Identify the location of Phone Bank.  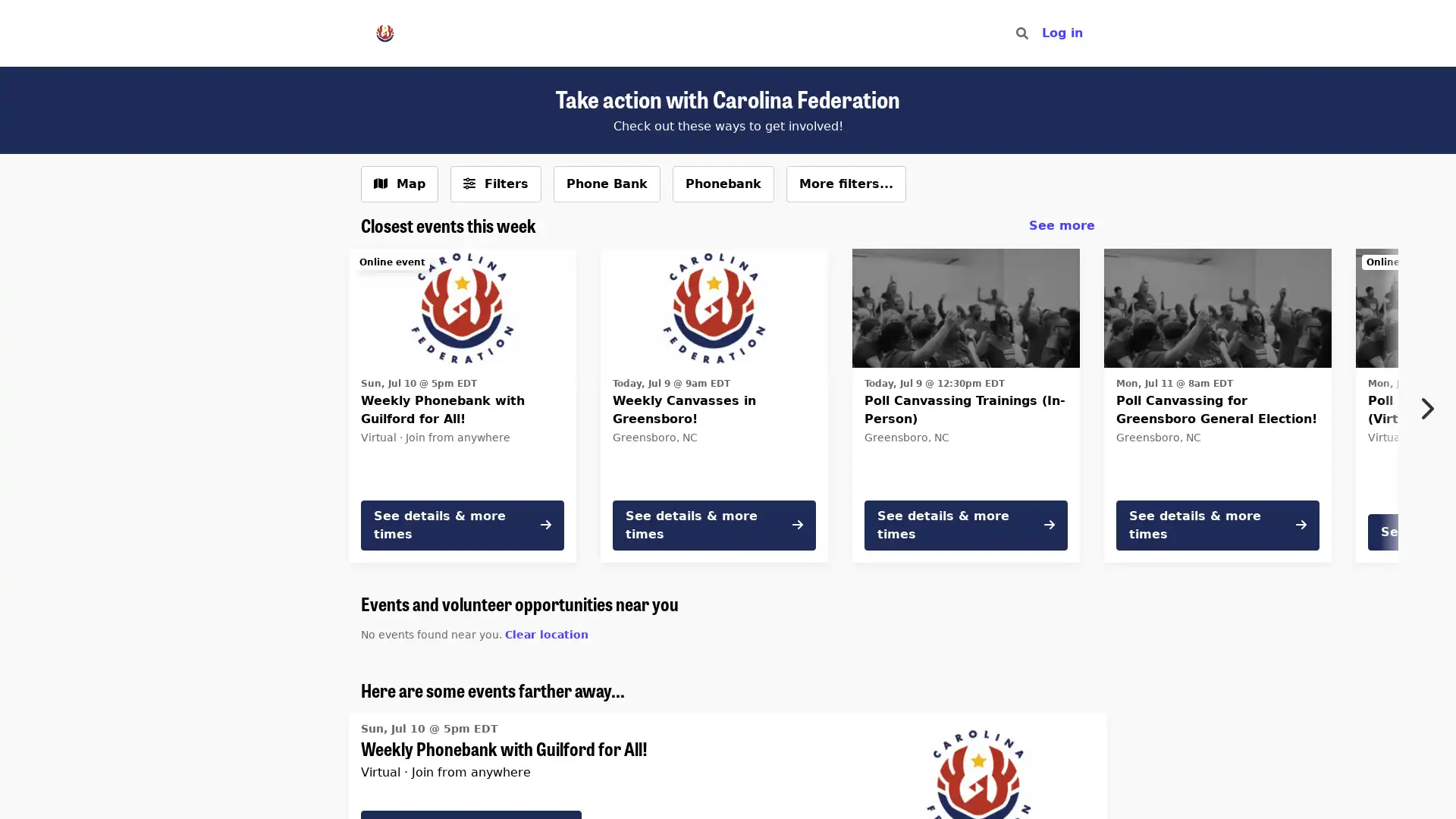
(607, 184).